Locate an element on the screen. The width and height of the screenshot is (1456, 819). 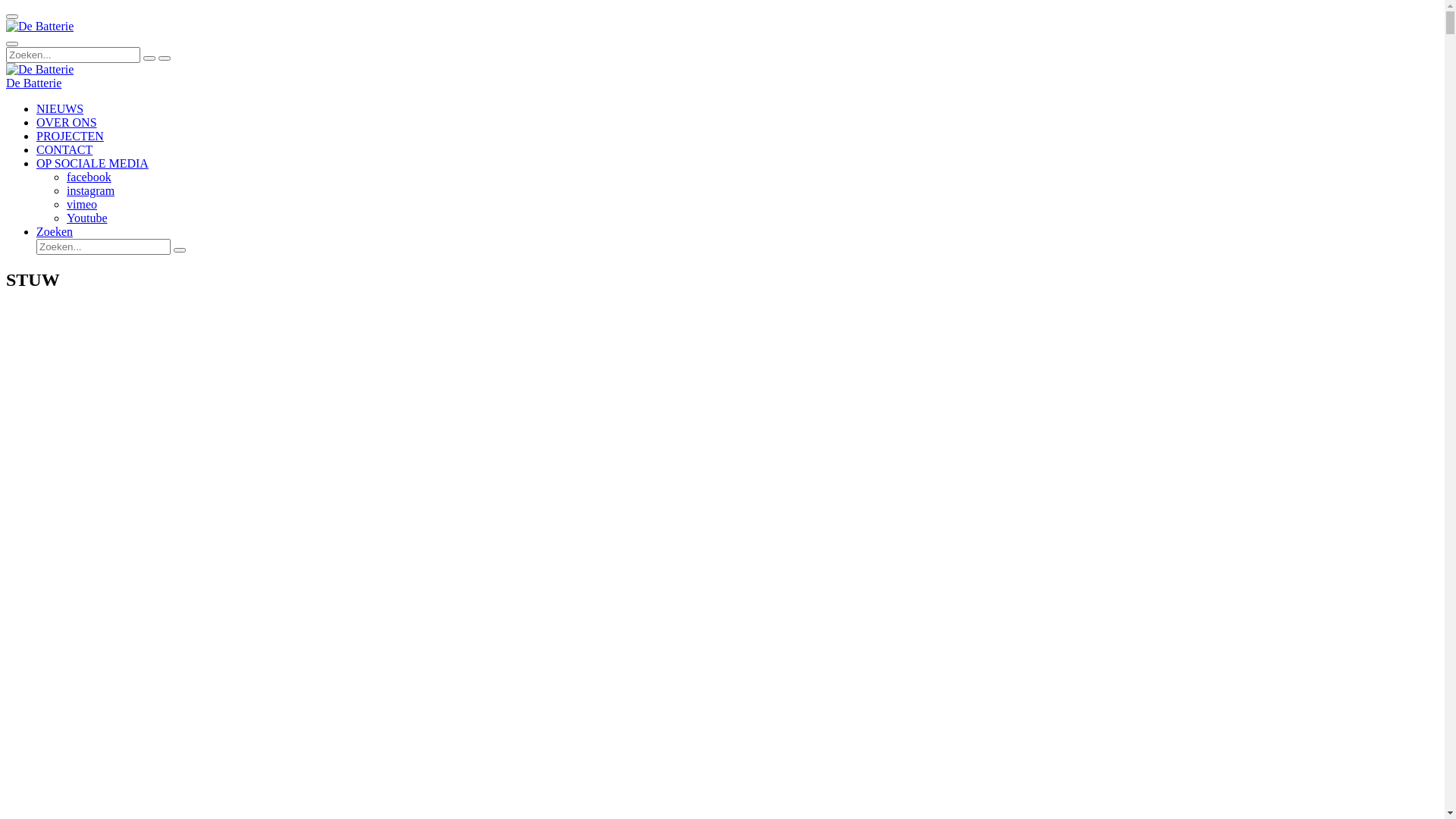
'vimeo' is located at coordinates (80, 203).